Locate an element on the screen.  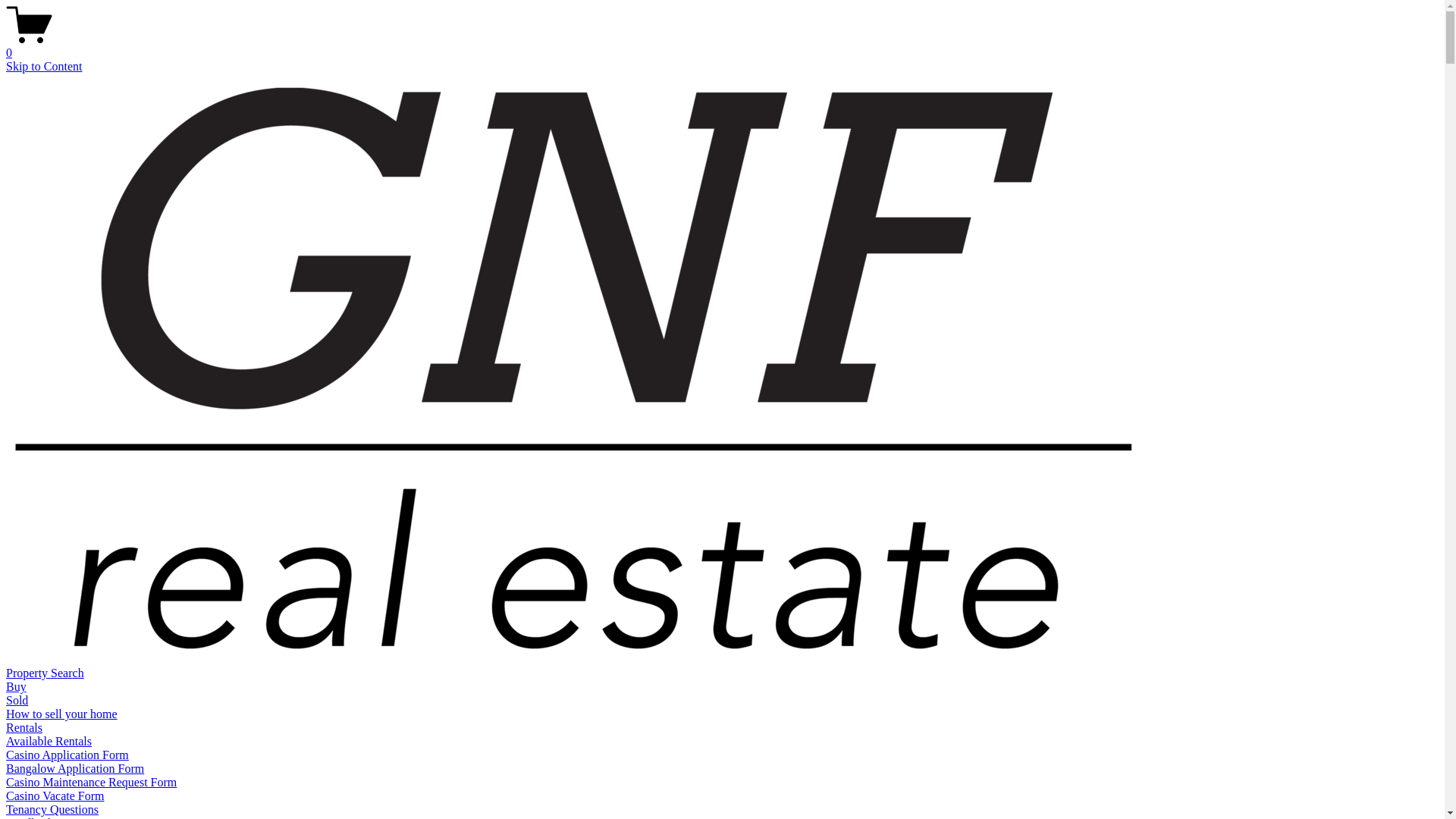
'Buy' is located at coordinates (16, 686).